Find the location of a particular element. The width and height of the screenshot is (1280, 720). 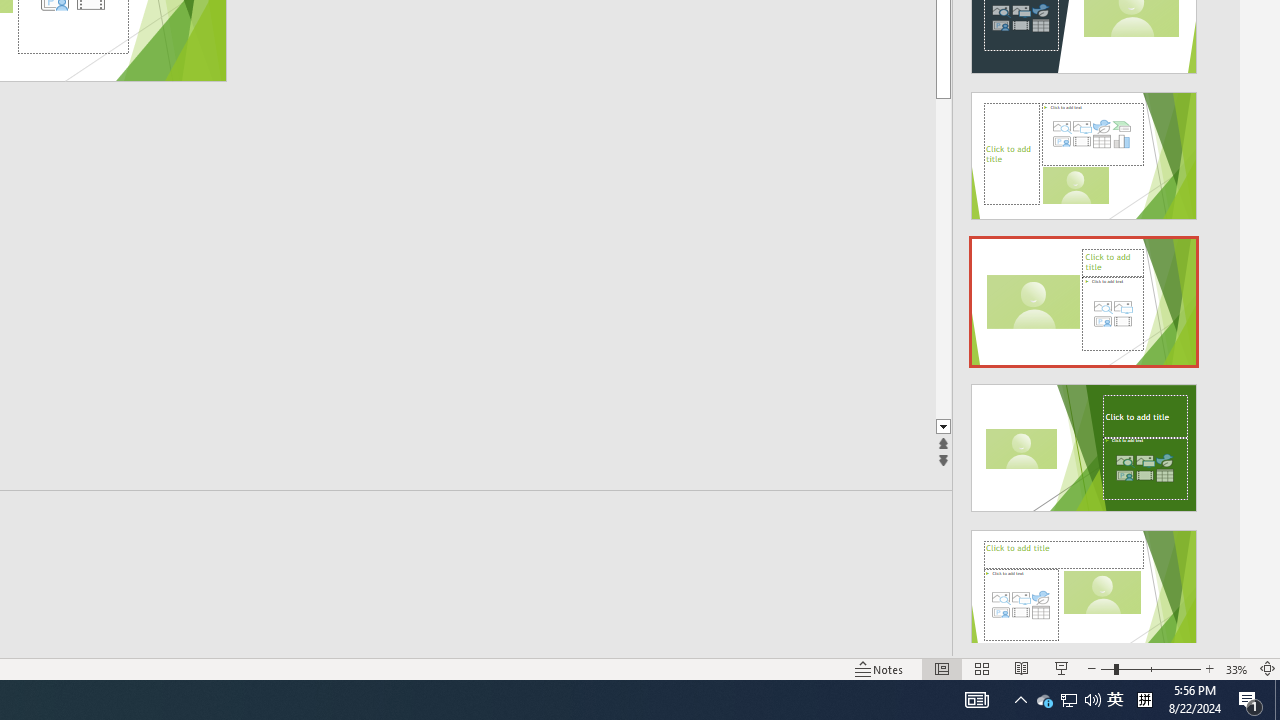

'Slide Sorter' is located at coordinates (982, 669).